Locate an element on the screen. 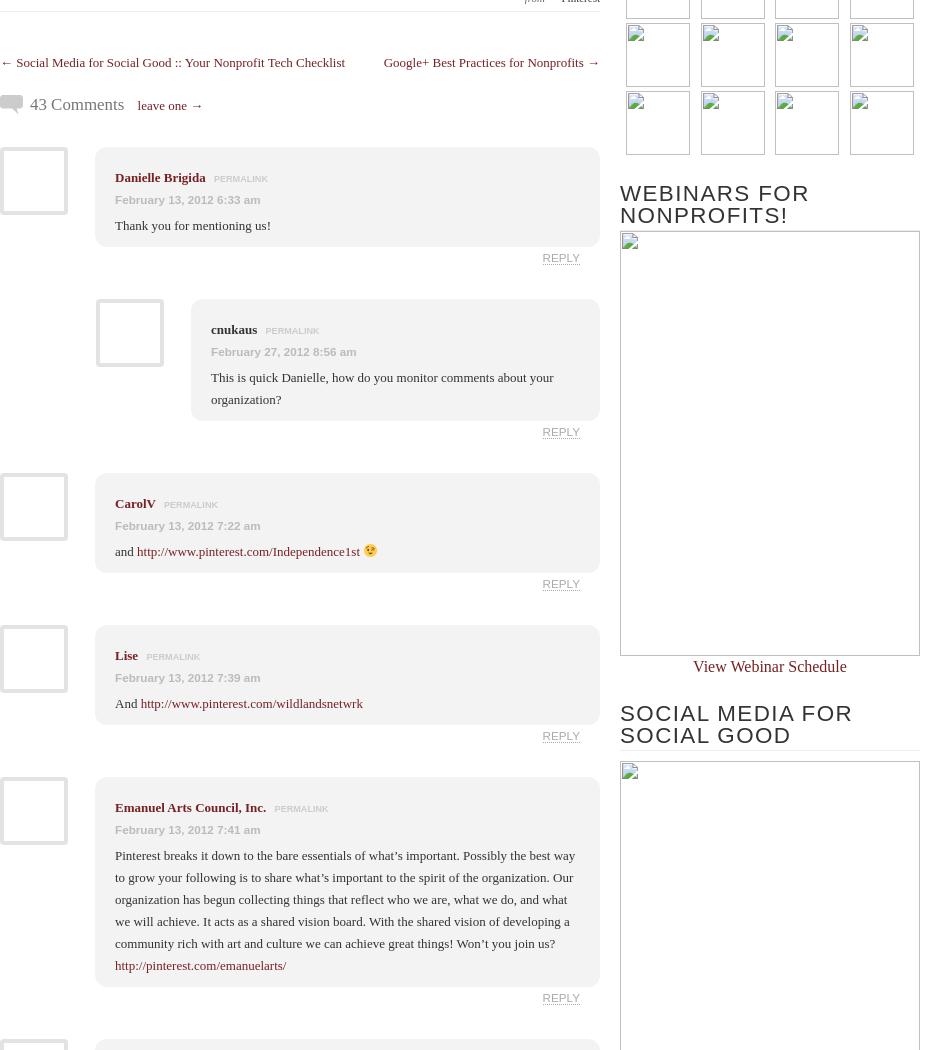  'http://www.pinterest.com/Independence1st' is located at coordinates (136, 550).